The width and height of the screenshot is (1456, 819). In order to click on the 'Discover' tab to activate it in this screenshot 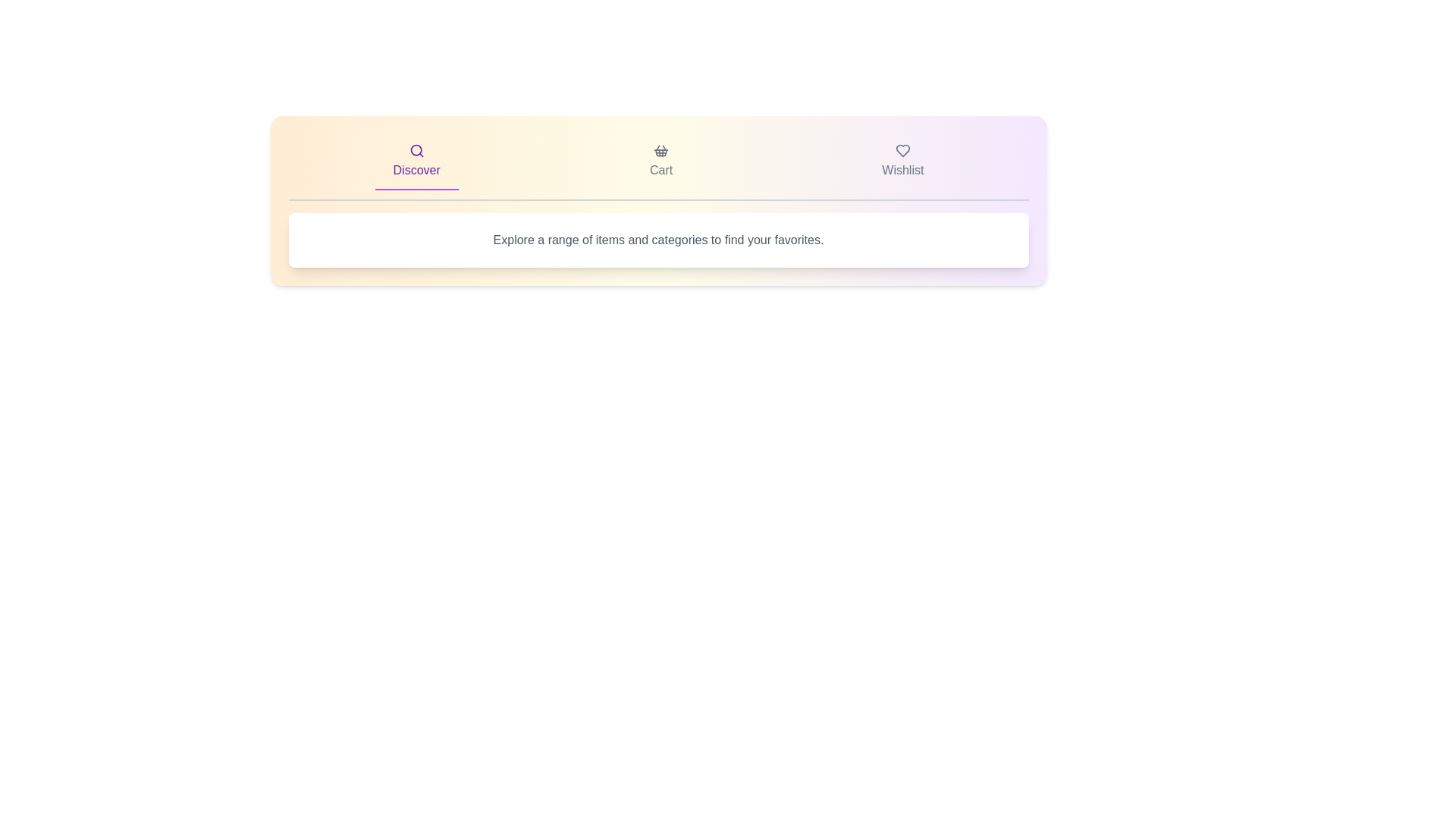, I will do `click(416, 162)`.